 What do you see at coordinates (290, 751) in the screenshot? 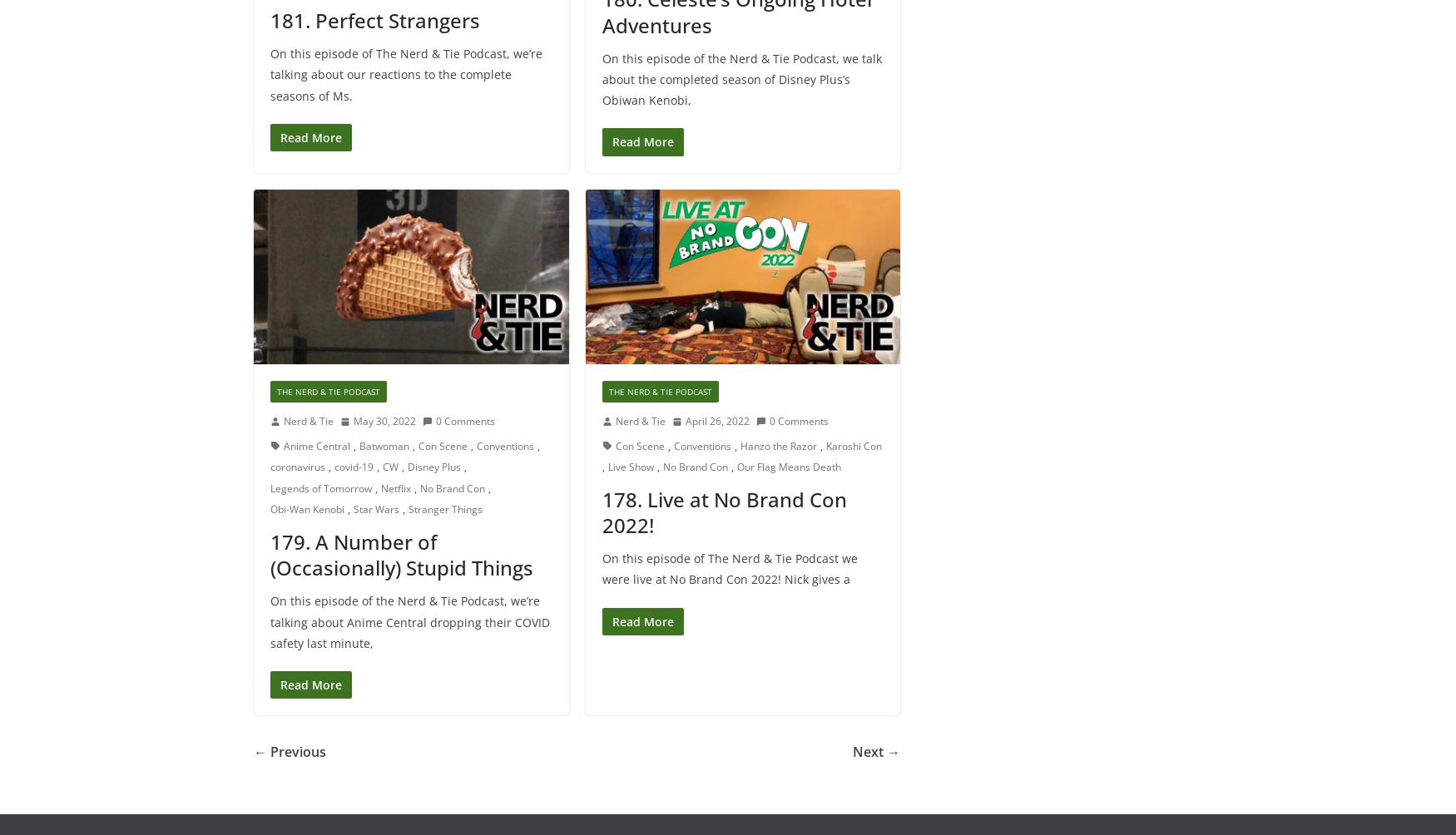
I see `'← Previous'` at bounding box center [290, 751].